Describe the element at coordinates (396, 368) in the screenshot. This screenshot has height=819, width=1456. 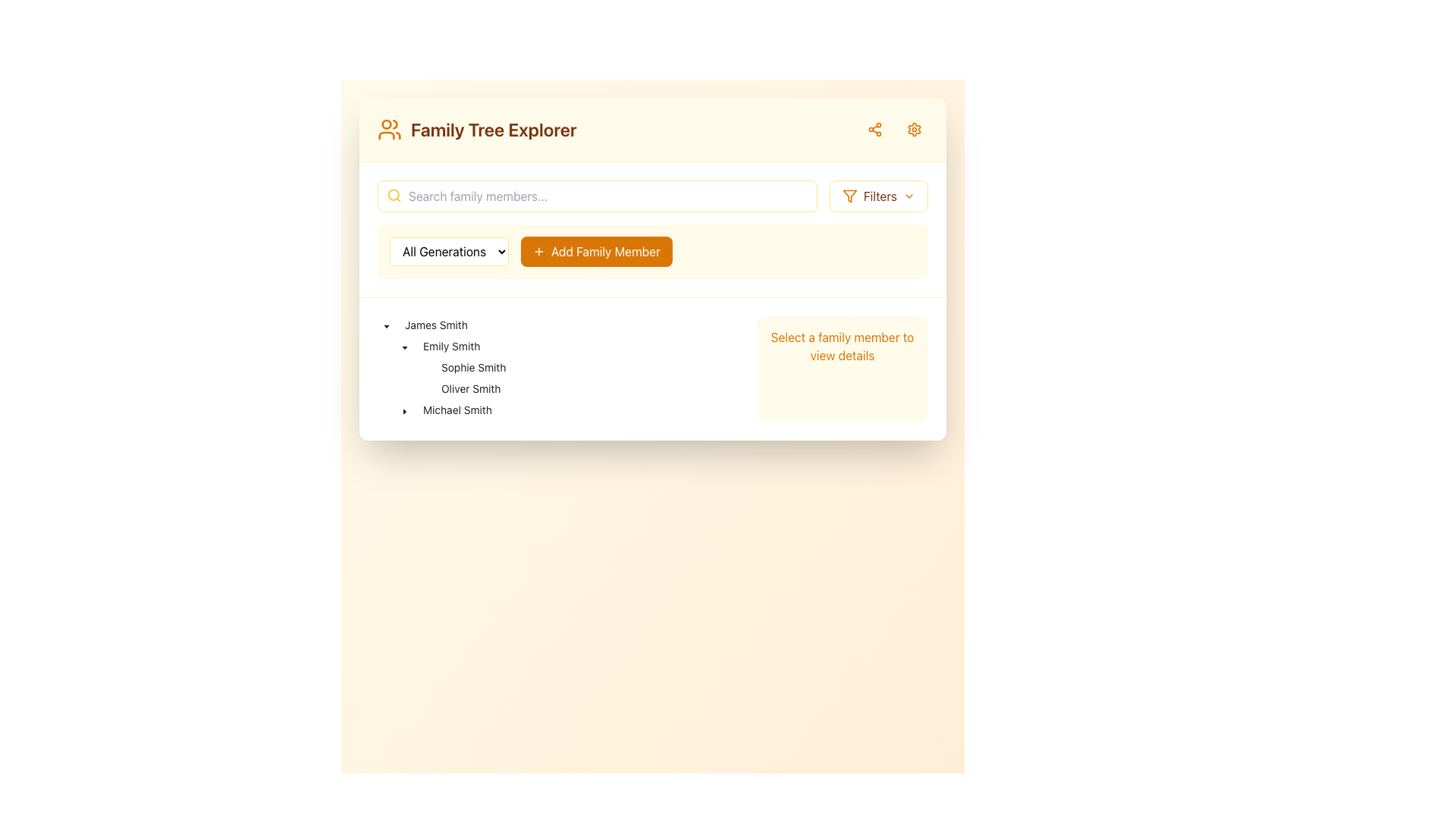
I see `the indentation marker element located in the tree structure before the content of the 'Sophie Smith' node` at that location.